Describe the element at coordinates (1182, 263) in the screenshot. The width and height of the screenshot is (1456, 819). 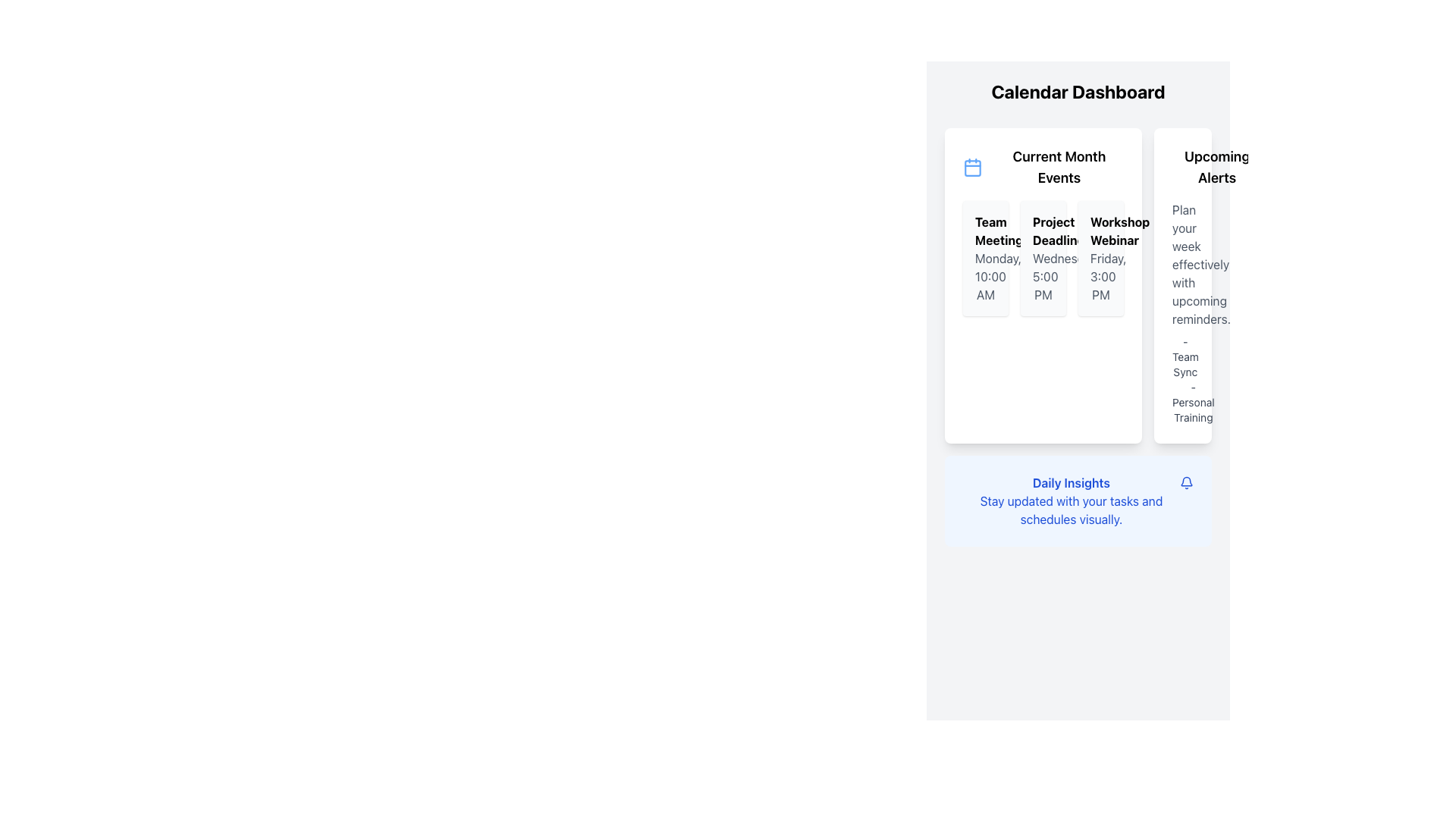
I see `text element displaying 'Plan your week effectively with upcoming reminders.' located below the heading 'Upcoming Alerts'` at that location.